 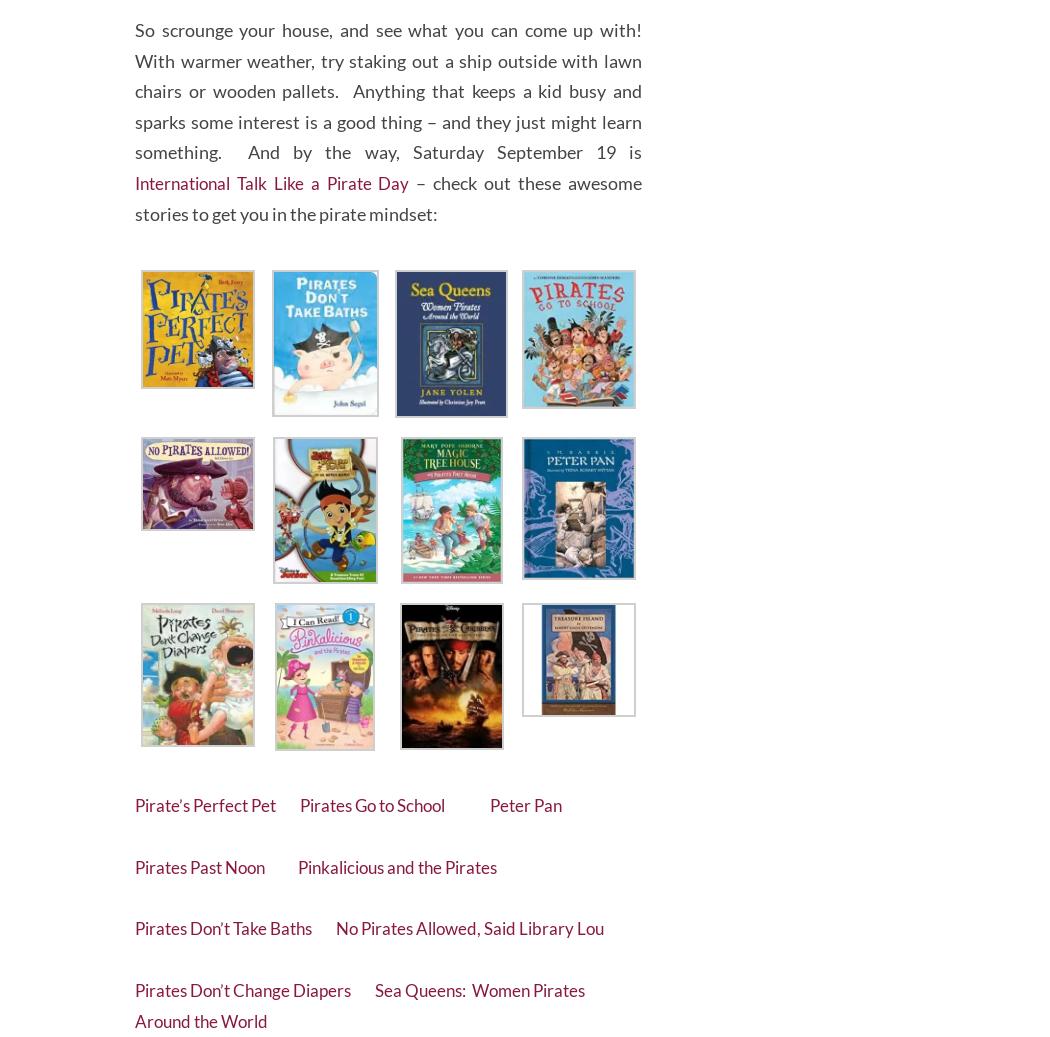 What do you see at coordinates (553, 797) in the screenshot?
I see `'Peter Pan'` at bounding box center [553, 797].